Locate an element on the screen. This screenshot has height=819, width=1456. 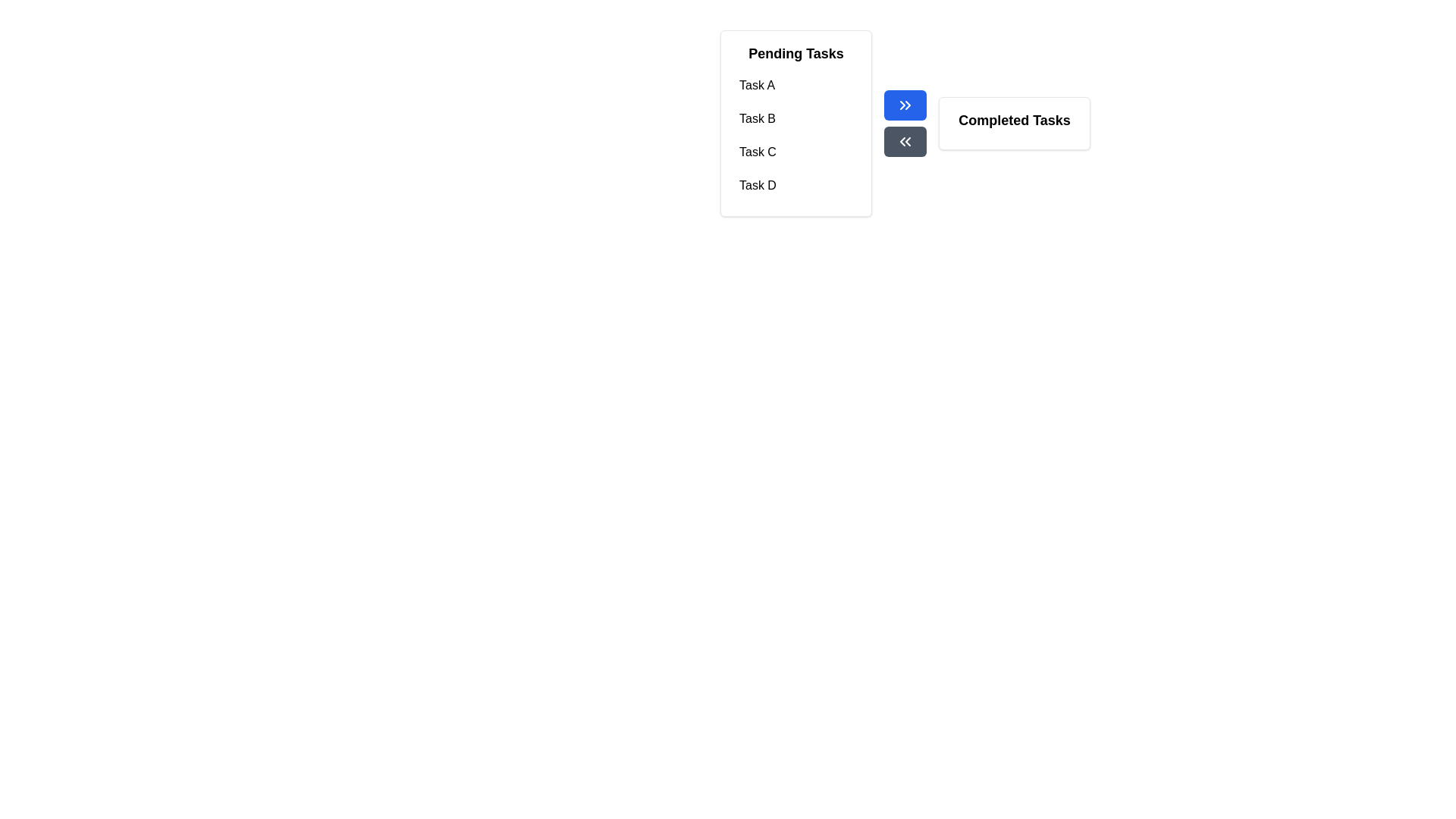
the 'Pending Tasks' header is located at coordinates (795, 52).